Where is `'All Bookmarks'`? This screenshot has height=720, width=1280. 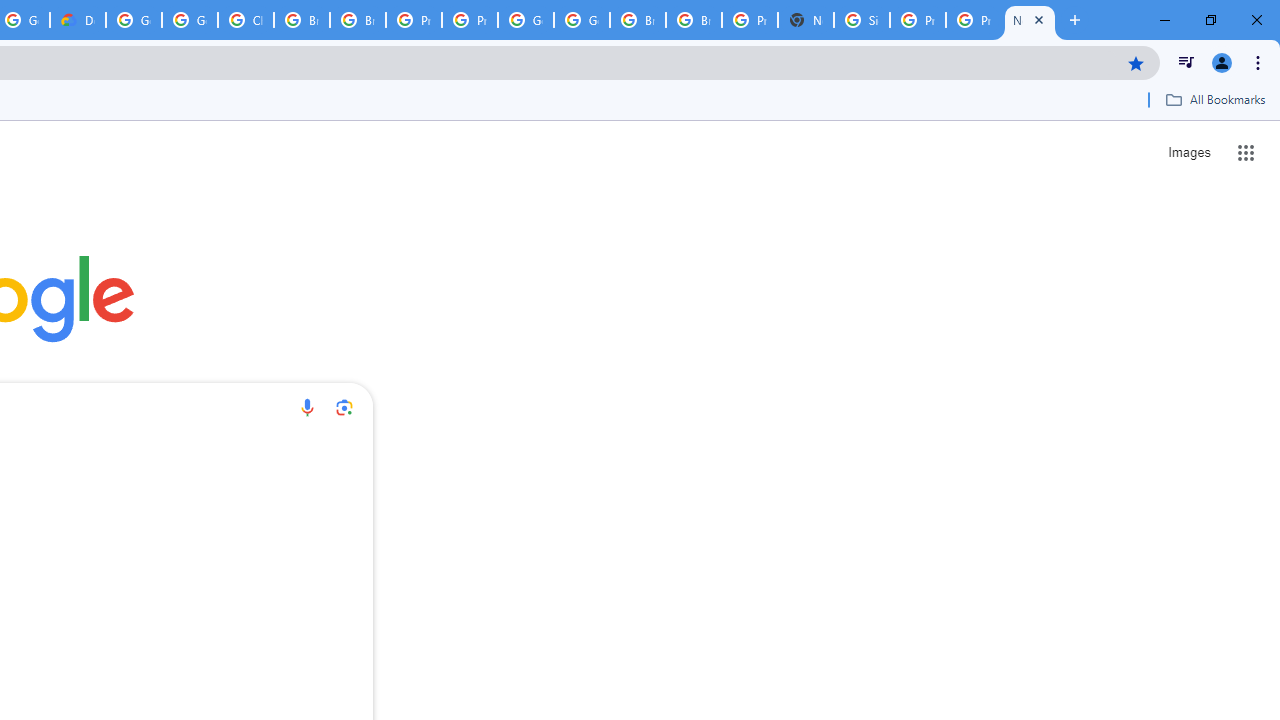
'All Bookmarks' is located at coordinates (1214, 99).